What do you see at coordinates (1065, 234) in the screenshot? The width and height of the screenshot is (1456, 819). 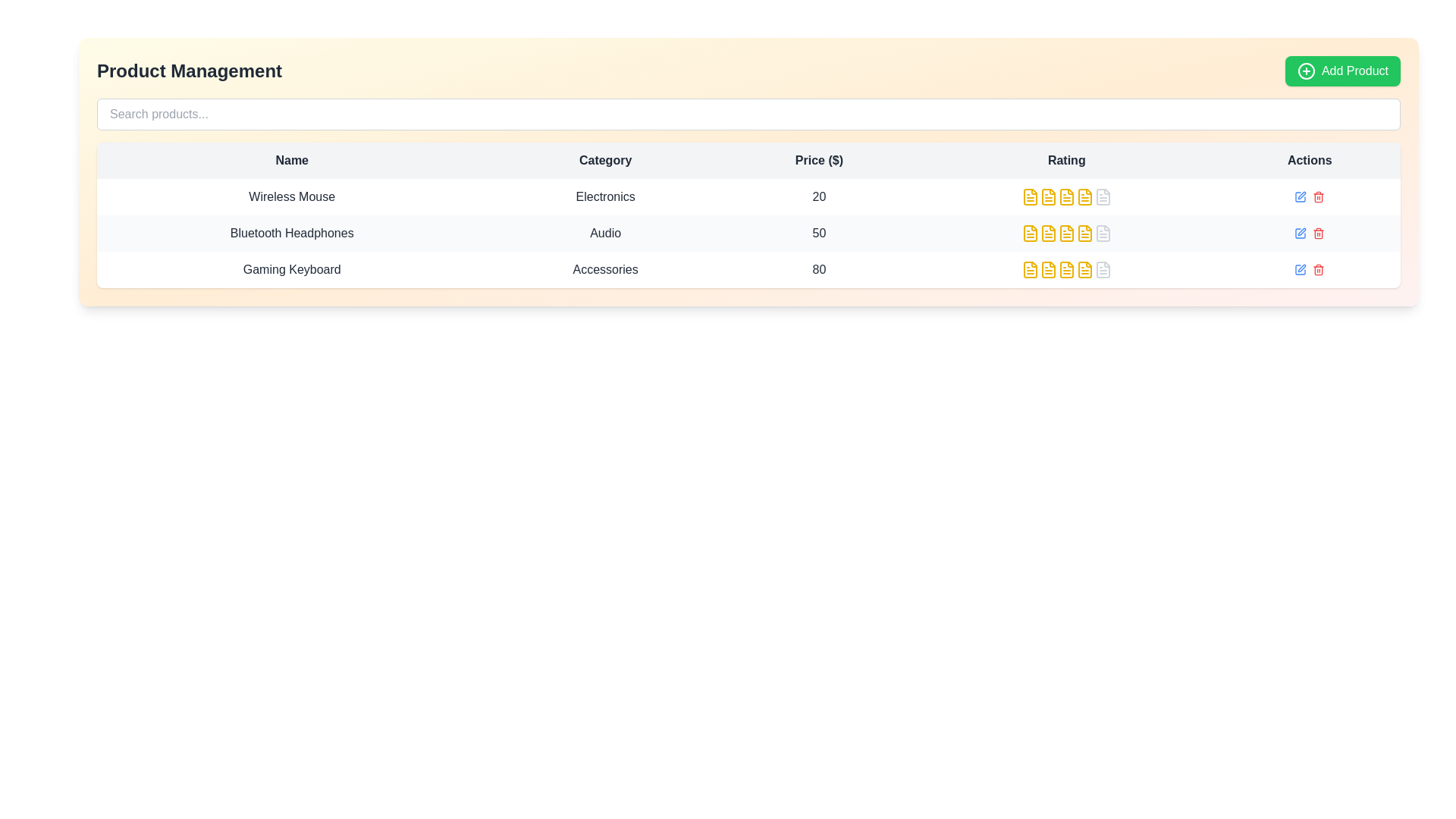 I see `the yellow document icon outlined in white, which is the third icon in the 'Rating' column of the 'Bluetooth Headphones' row` at bounding box center [1065, 234].